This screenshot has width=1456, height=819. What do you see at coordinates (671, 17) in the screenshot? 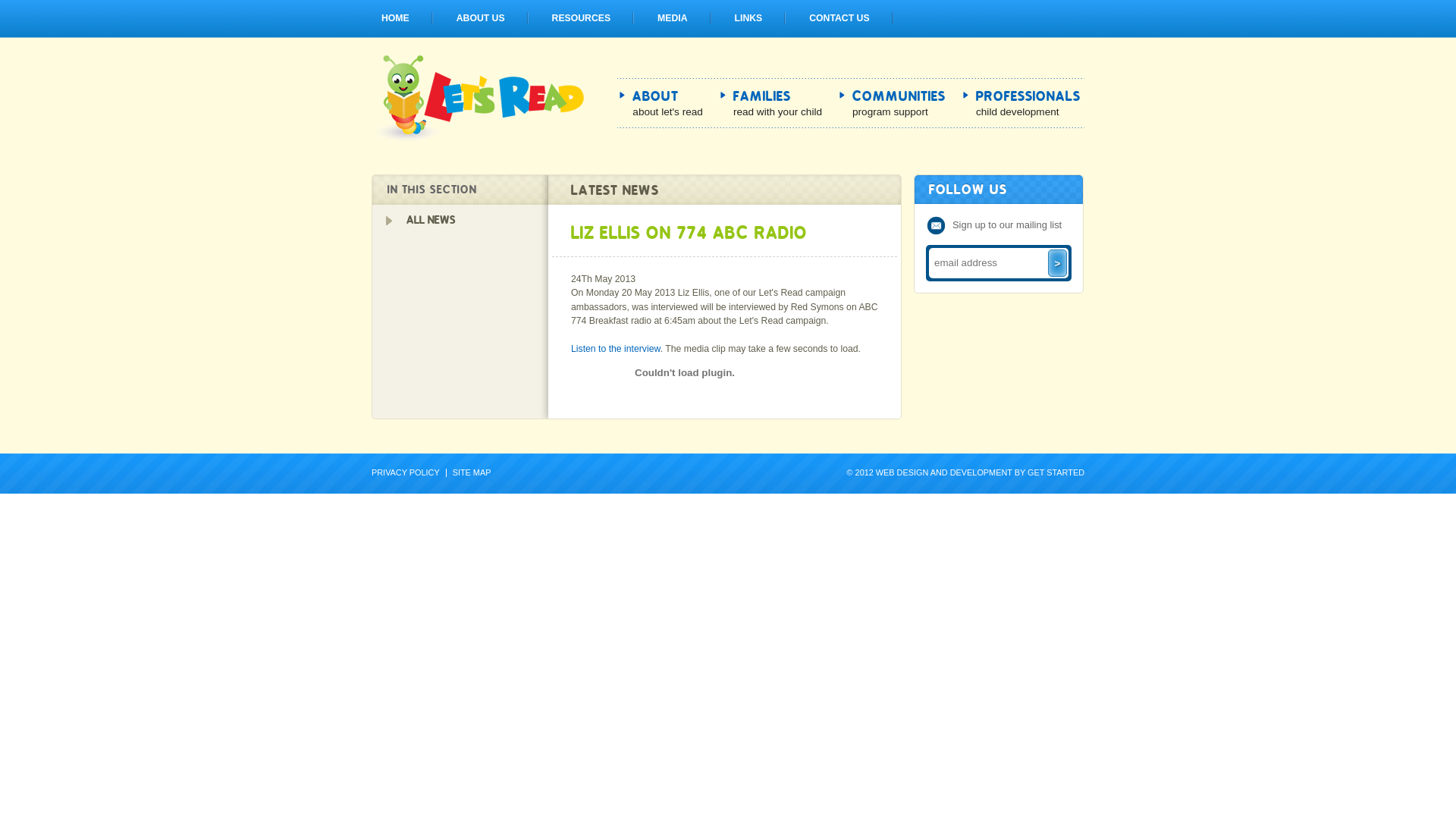
I see `'MEDIA'` at bounding box center [671, 17].